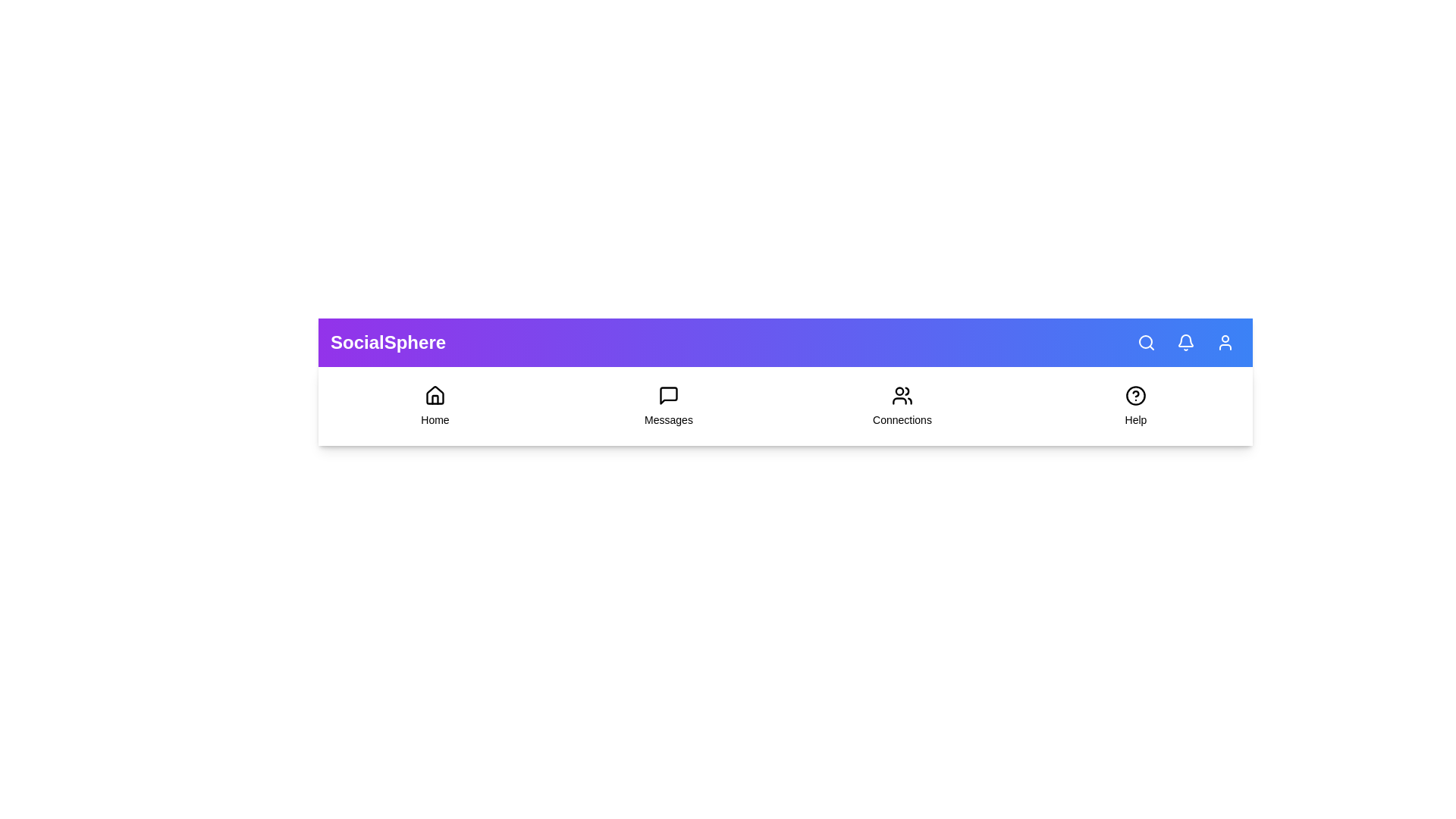  What do you see at coordinates (435, 406) in the screenshot?
I see `the 'Home' menu item in the navigation bar` at bounding box center [435, 406].